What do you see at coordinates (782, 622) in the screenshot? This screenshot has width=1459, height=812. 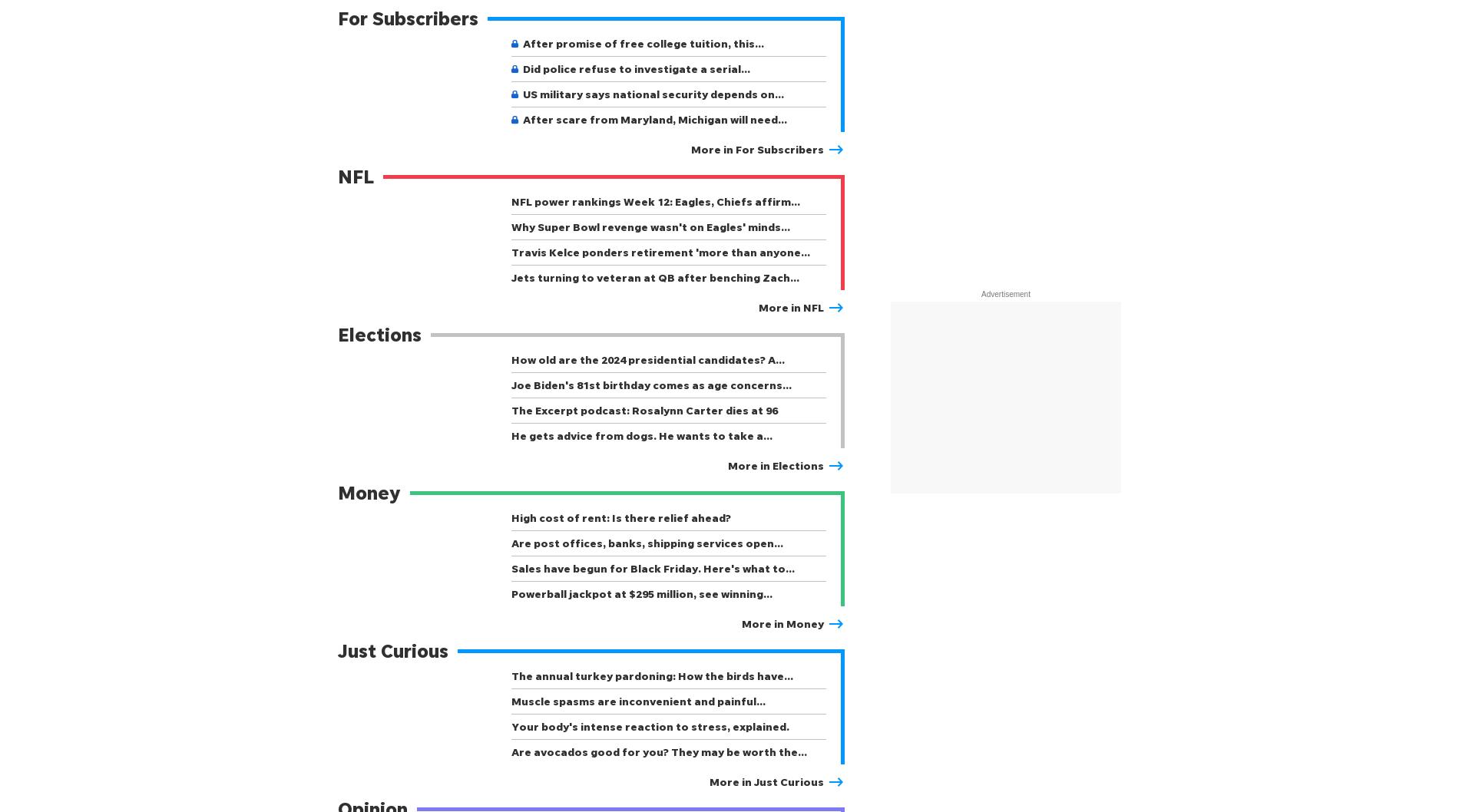 I see `'More in Money'` at bounding box center [782, 622].